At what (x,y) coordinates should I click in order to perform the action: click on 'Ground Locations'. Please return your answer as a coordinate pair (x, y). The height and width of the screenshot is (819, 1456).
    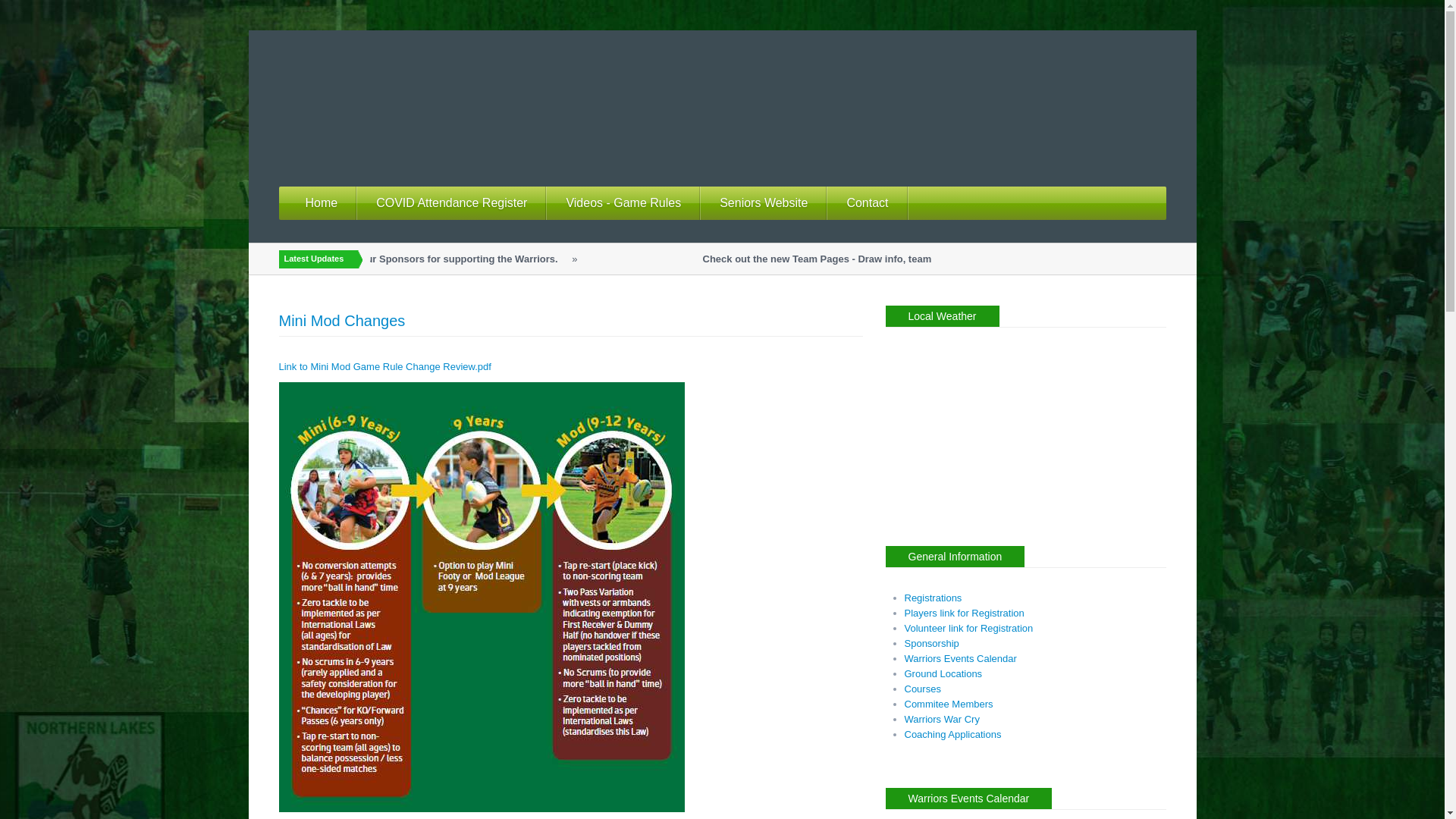
    Looking at the image, I should click on (942, 673).